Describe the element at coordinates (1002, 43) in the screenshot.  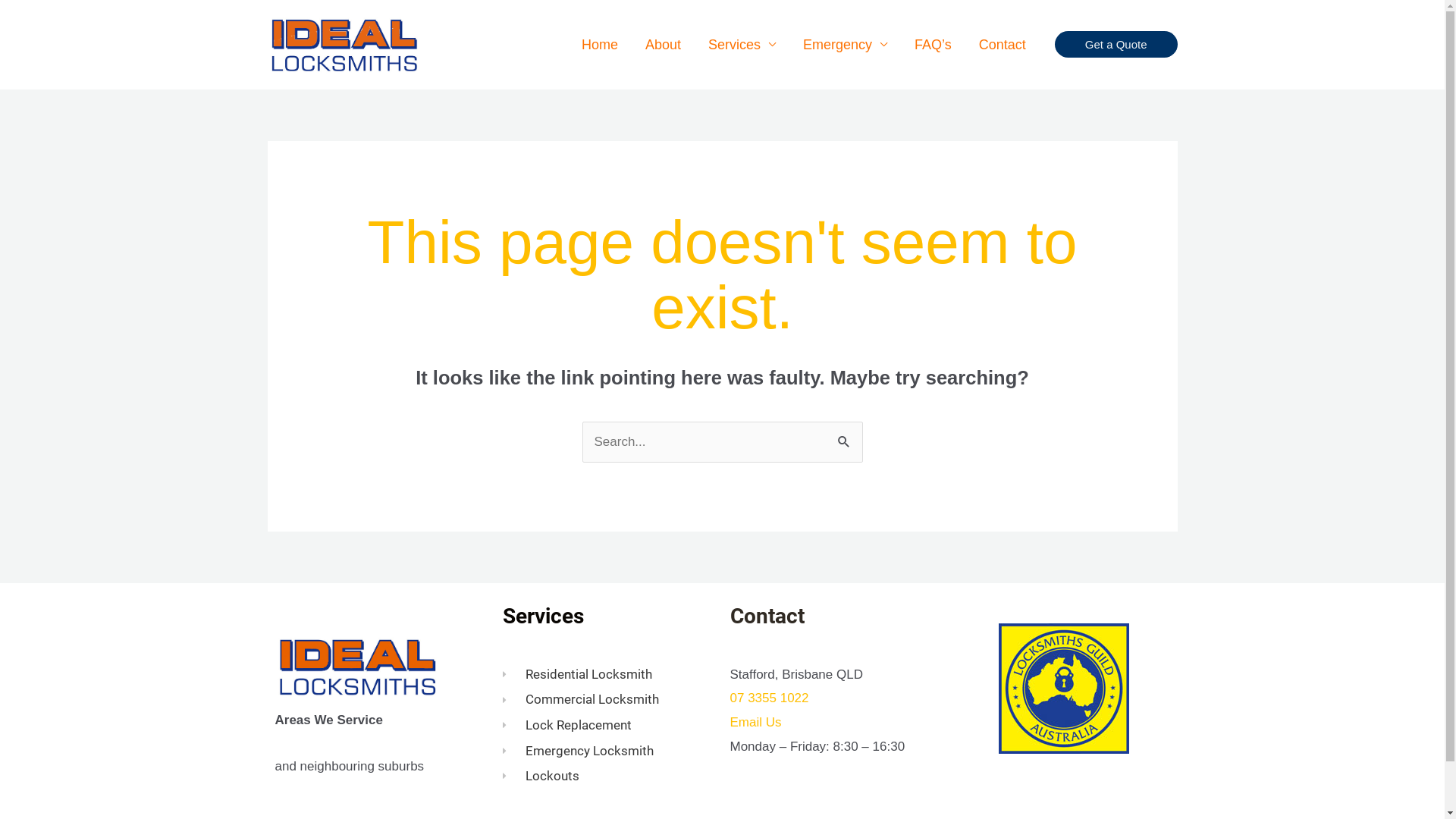
I see `'Contact'` at that location.